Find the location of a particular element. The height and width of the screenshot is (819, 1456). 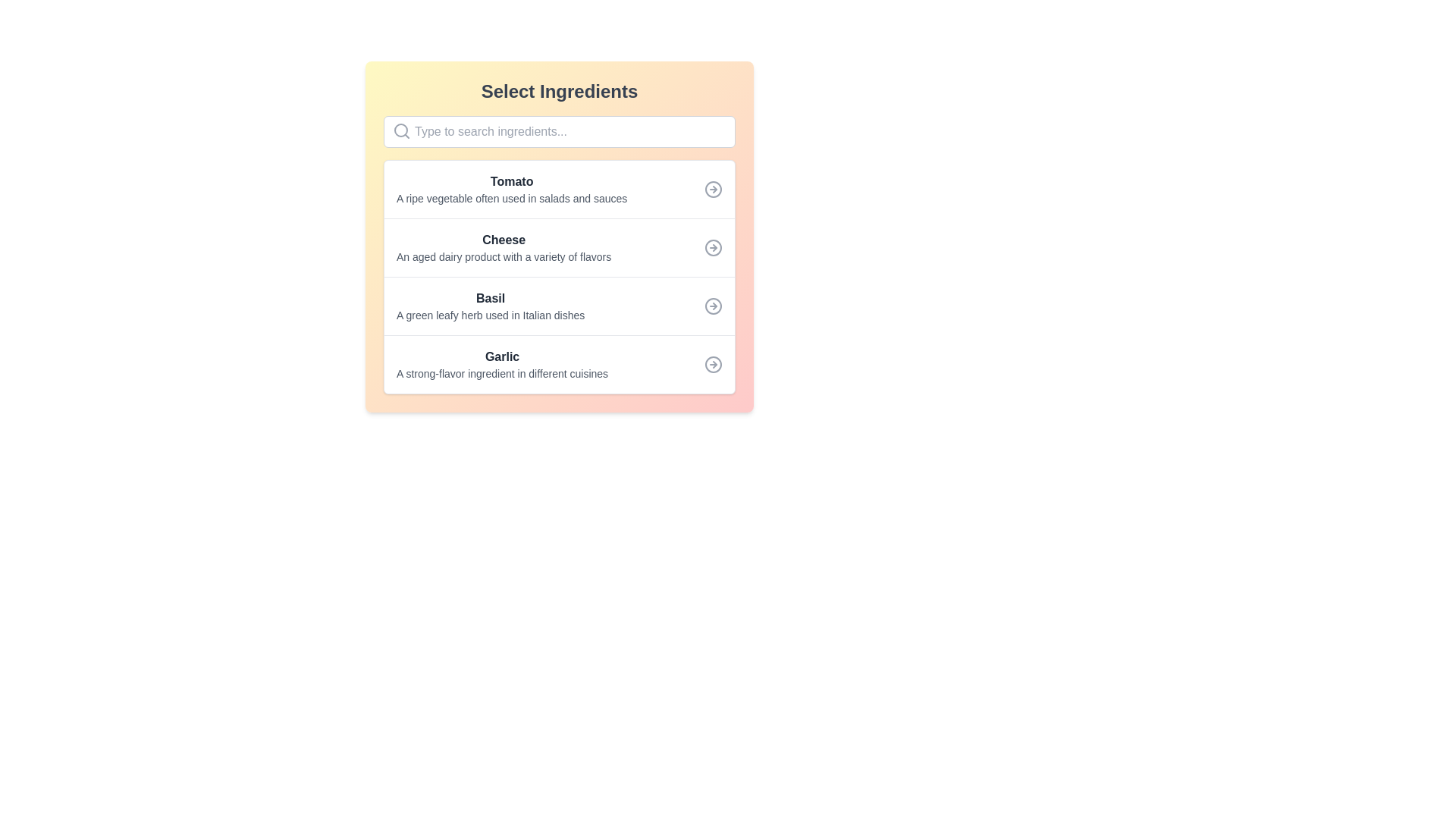

the navigation icon located on the far right side of the row corresponding to 'Garlic' is located at coordinates (712, 365).